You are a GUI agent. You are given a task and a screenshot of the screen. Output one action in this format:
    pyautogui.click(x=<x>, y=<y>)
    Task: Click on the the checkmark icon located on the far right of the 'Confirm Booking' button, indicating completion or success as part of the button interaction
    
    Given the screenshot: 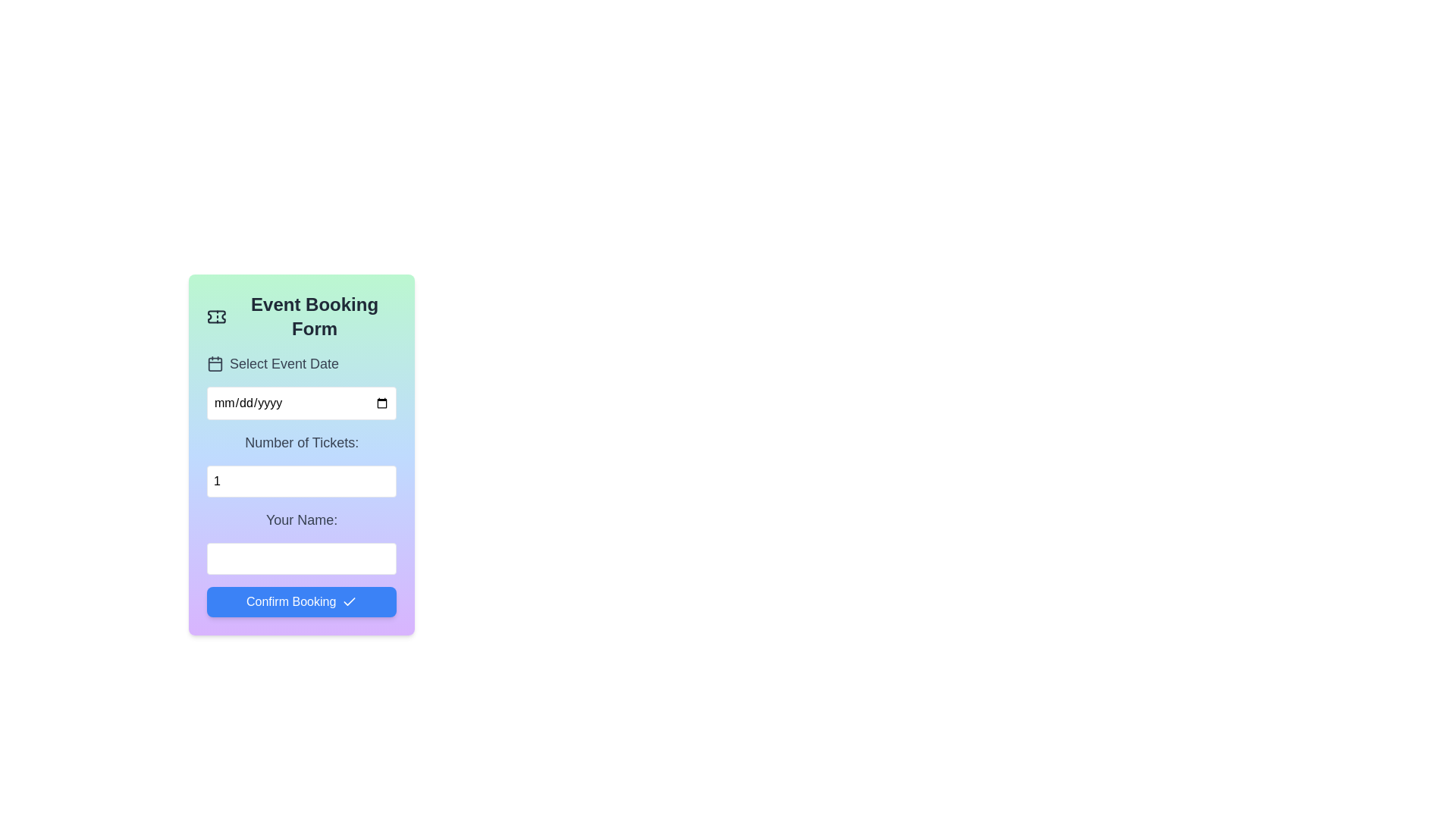 What is the action you would take?
    pyautogui.click(x=349, y=601)
    